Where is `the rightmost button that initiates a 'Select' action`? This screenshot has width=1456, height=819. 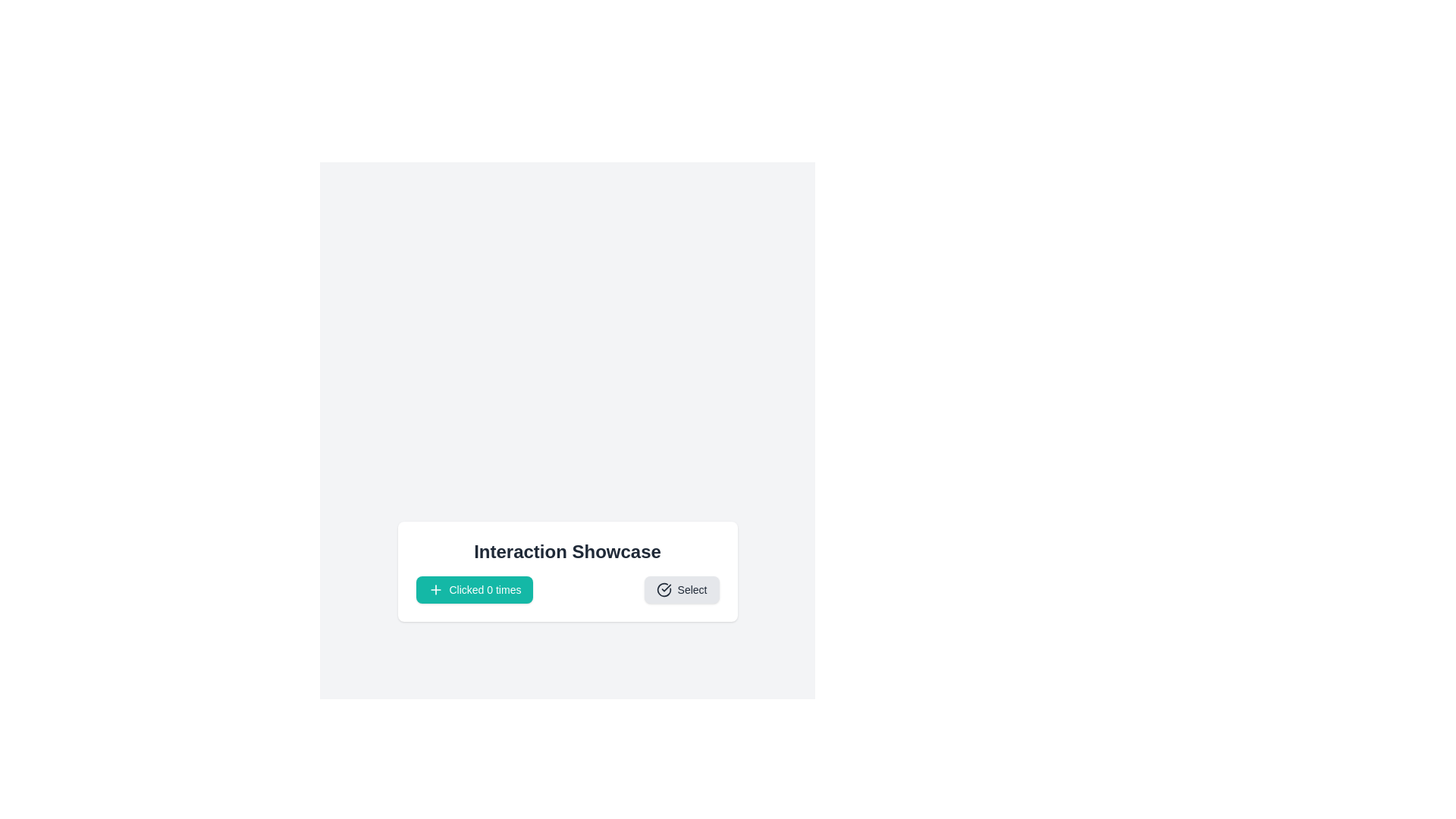 the rightmost button that initiates a 'Select' action is located at coordinates (680, 589).